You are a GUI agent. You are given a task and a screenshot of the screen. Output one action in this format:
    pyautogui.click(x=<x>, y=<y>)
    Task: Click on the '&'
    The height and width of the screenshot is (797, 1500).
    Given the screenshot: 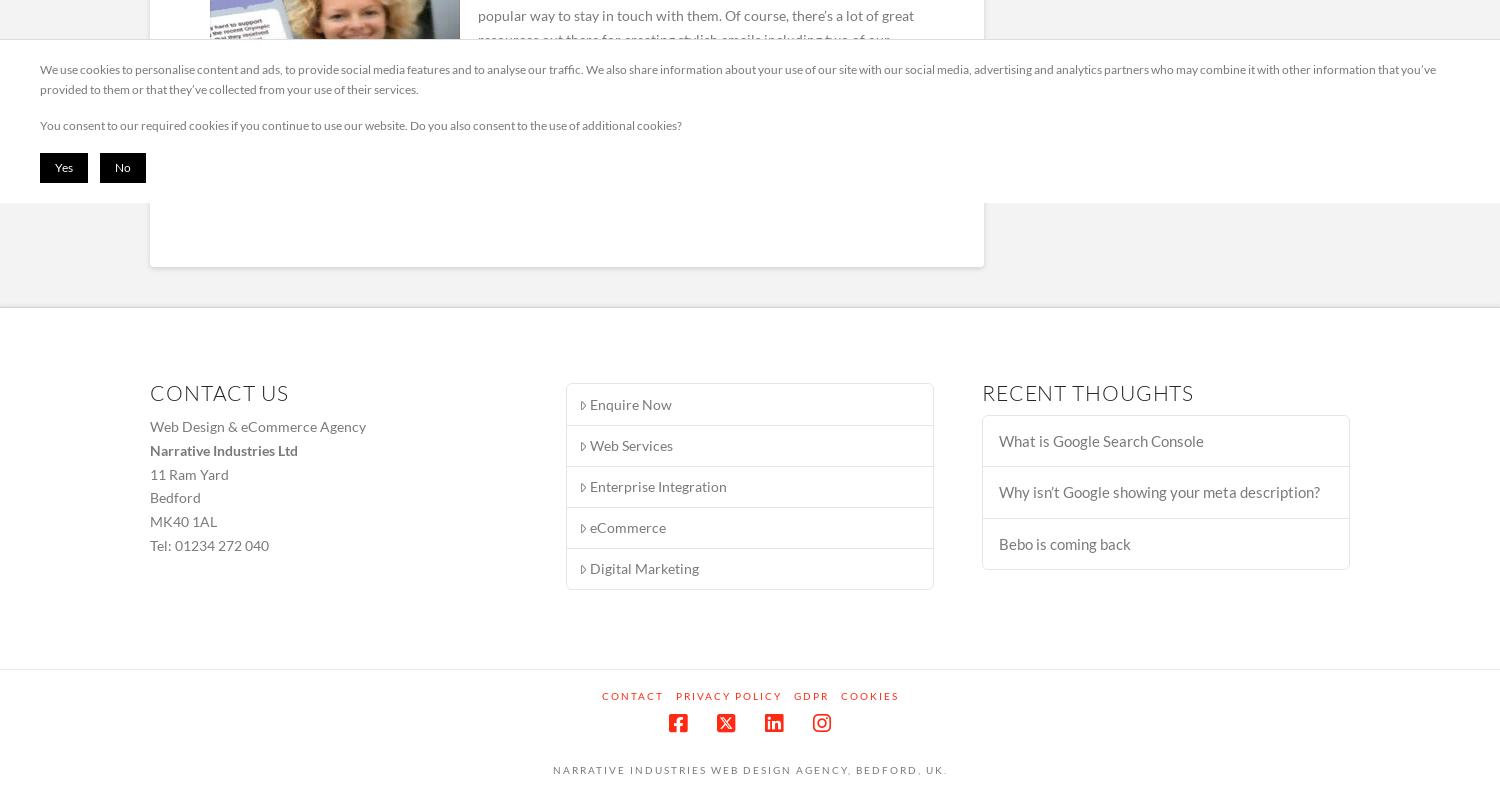 What is the action you would take?
    pyautogui.click(x=625, y=61)
    